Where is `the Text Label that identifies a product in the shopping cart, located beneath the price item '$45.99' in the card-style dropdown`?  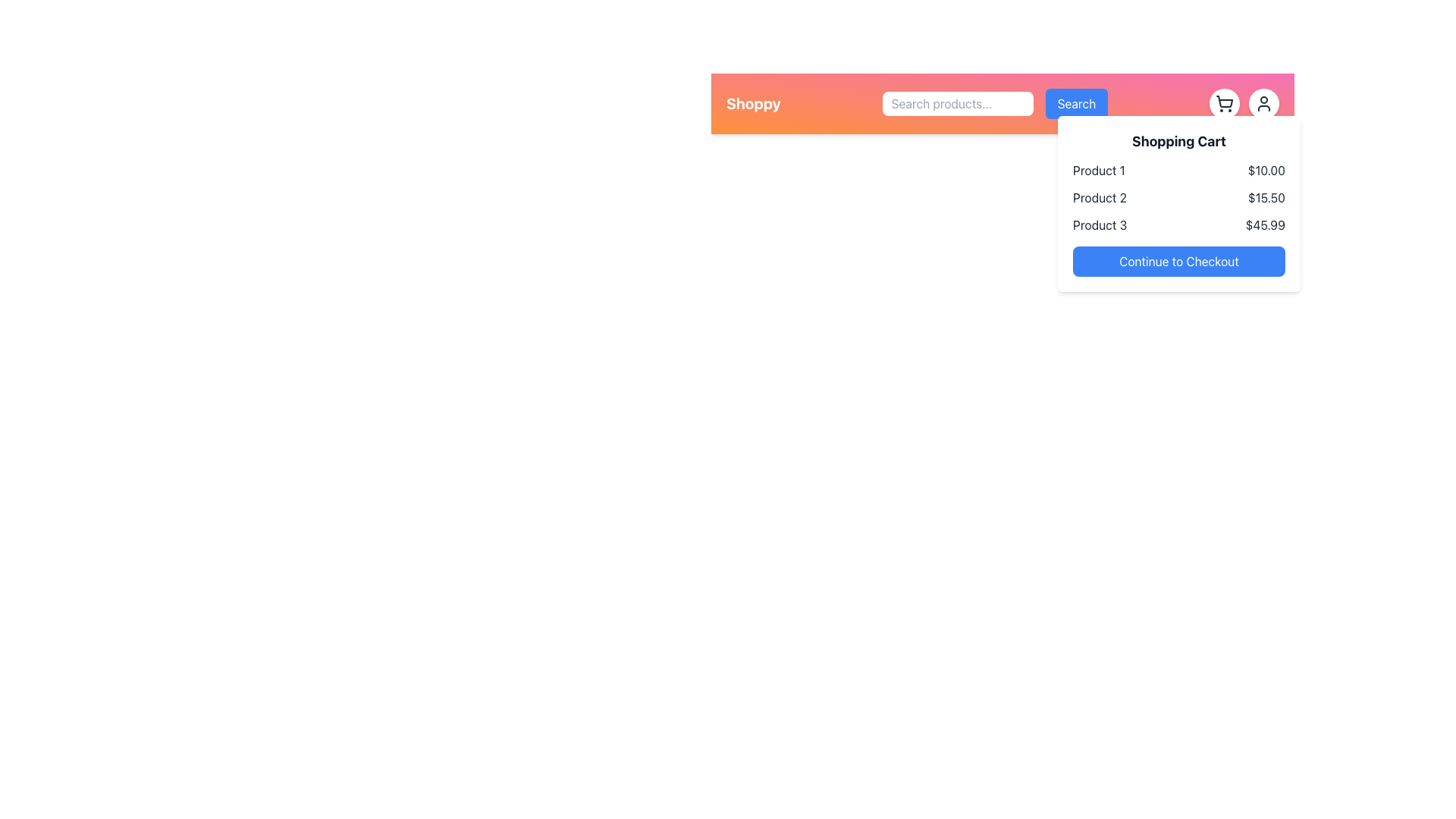
the Text Label that identifies a product in the shopping cart, located beneath the price item '$45.99' in the card-style dropdown is located at coordinates (1100, 225).